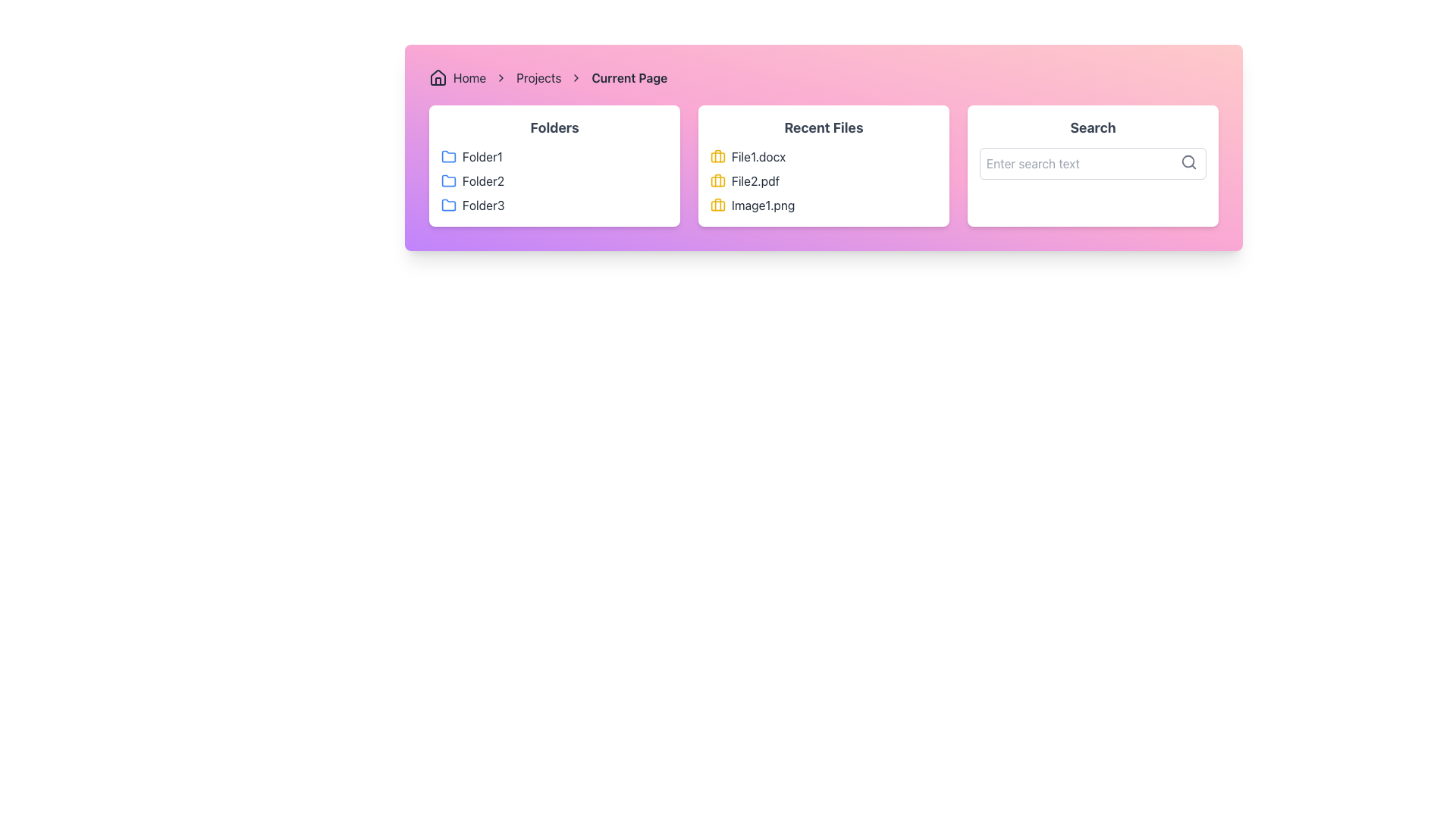  Describe the element at coordinates (554, 180) in the screenshot. I see `to select or open the folder labeled 'Folder2' in the list of folders` at that location.